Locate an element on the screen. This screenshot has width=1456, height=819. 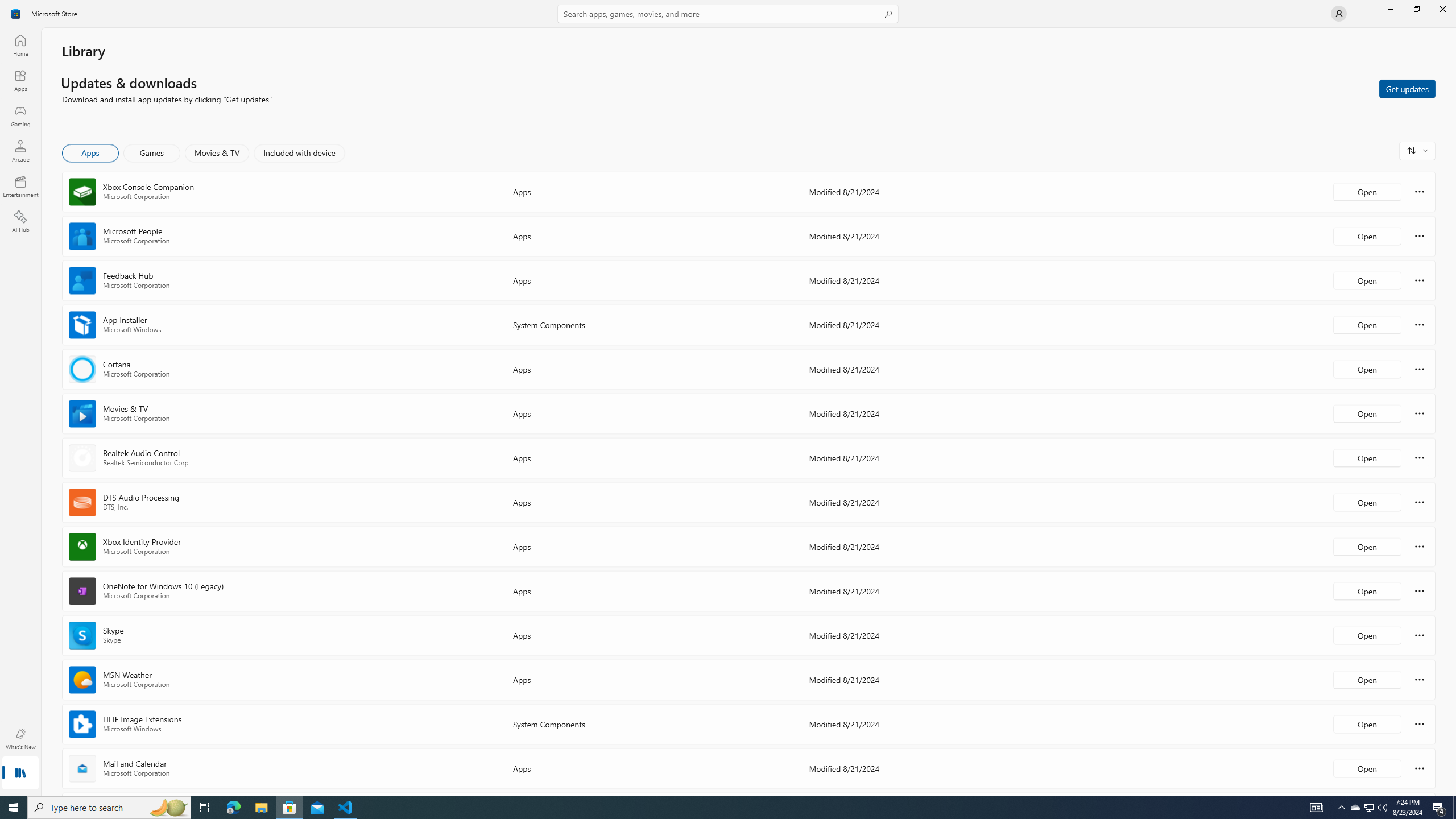
'User profile' is located at coordinates (1338, 13).